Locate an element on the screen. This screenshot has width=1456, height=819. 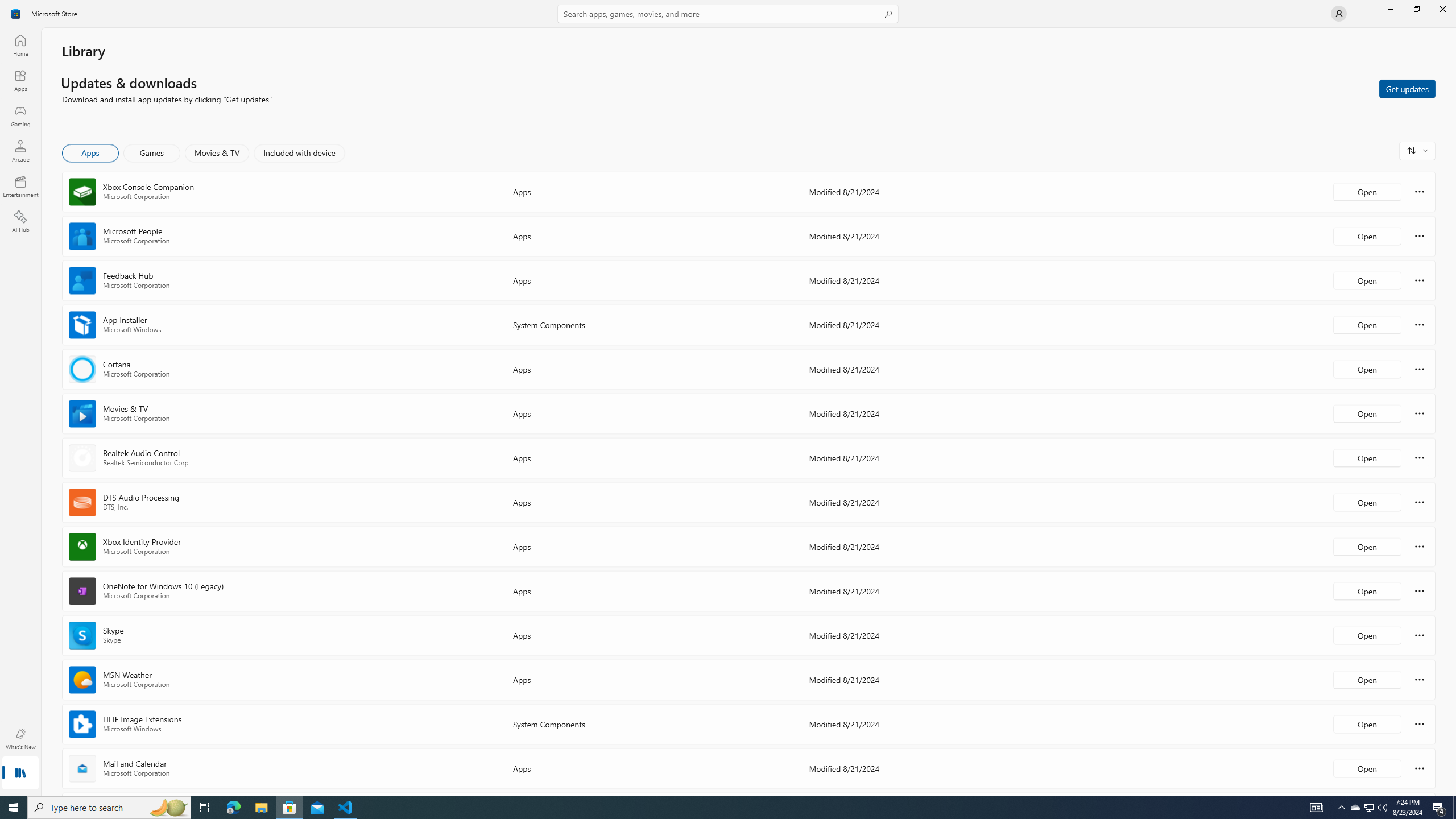
'User profile' is located at coordinates (1338, 13).